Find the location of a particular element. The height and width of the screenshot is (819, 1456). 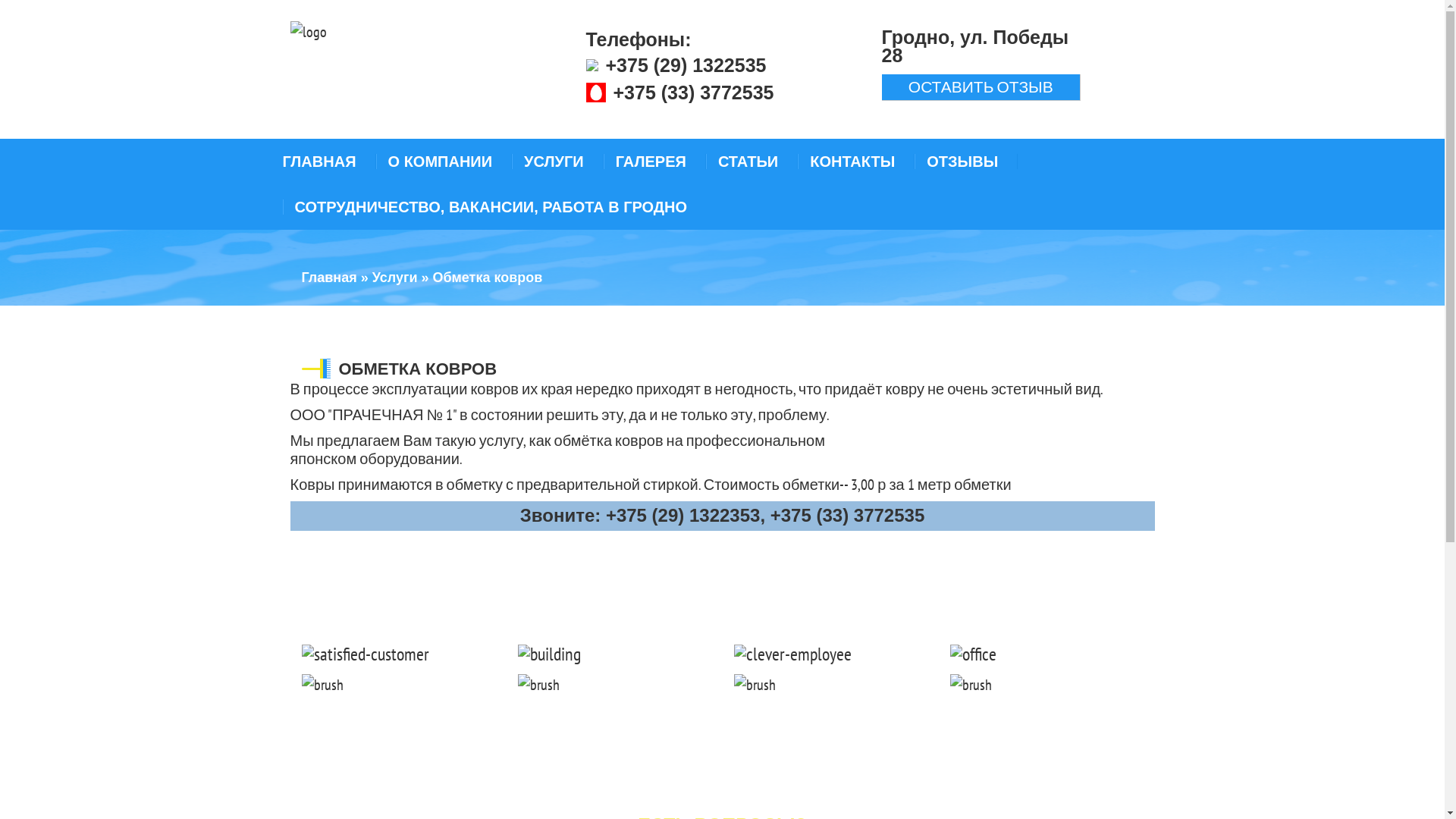

'+375 (33) 3772535' is located at coordinates (692, 93).